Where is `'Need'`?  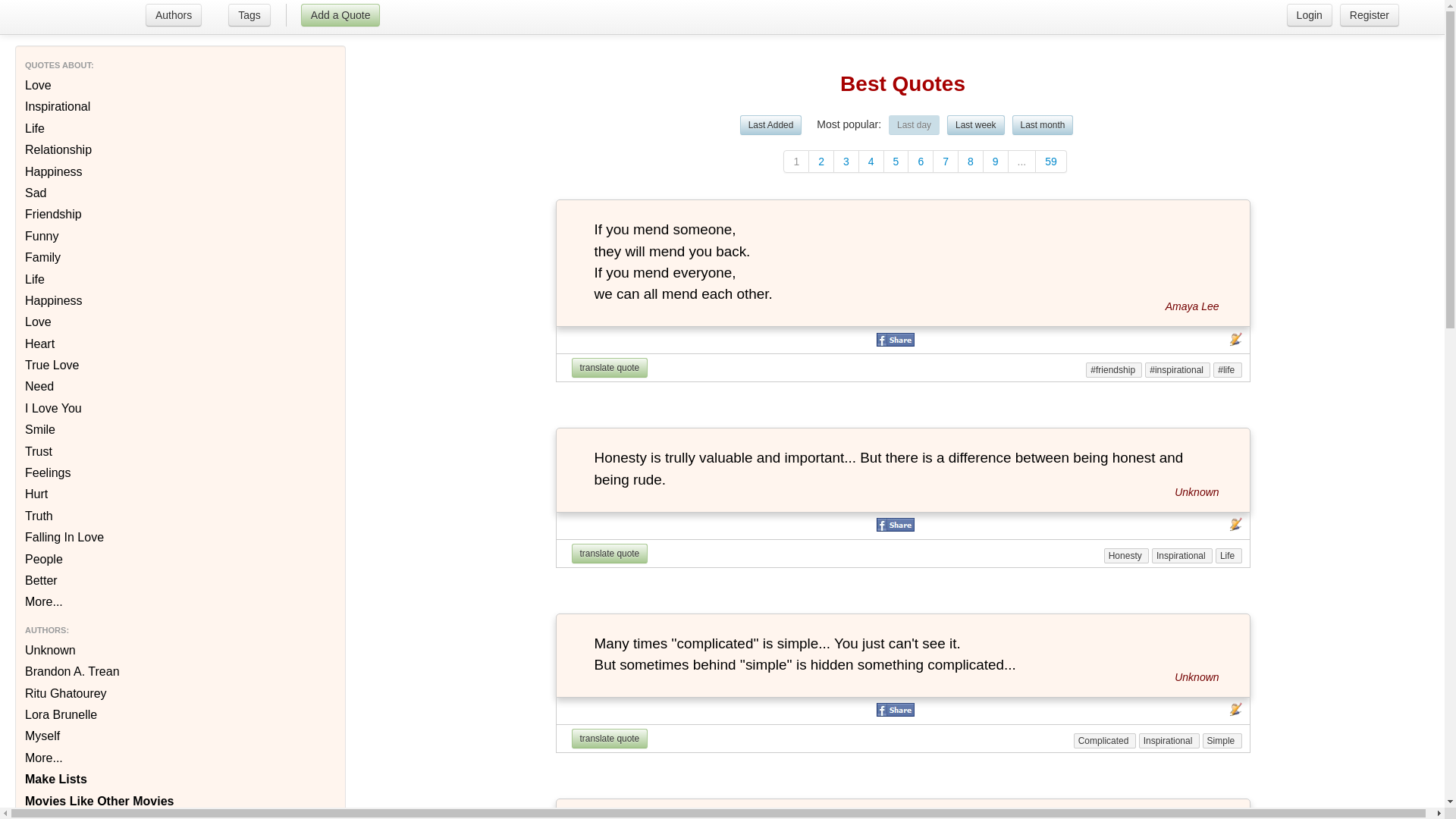
'Need' is located at coordinates (14, 385).